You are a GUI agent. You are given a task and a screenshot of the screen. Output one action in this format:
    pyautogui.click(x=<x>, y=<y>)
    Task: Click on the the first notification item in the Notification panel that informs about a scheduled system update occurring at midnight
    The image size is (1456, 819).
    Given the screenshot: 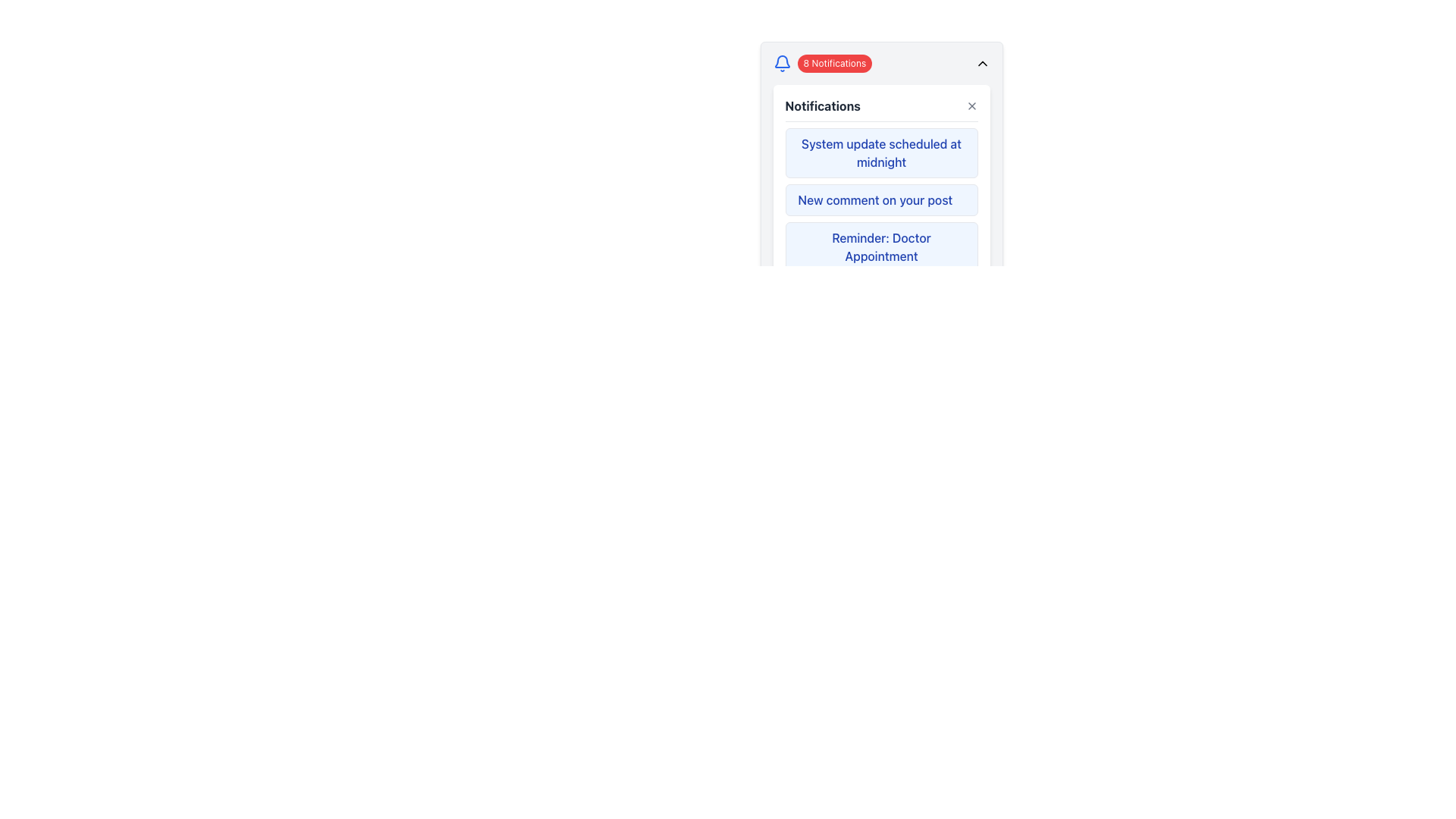 What is the action you would take?
    pyautogui.click(x=881, y=152)
    